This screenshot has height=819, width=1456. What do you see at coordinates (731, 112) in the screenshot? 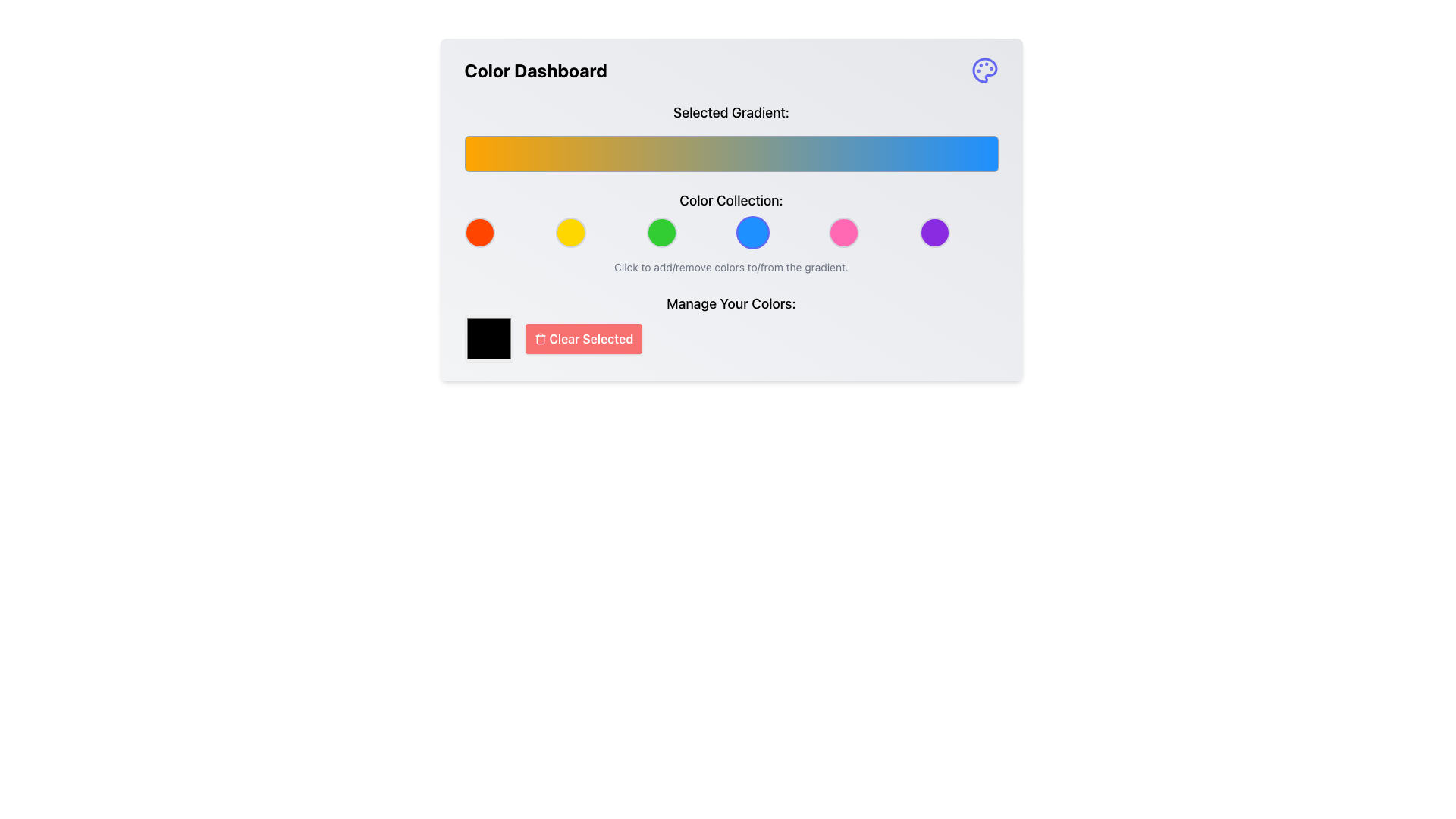
I see `the static text element displaying 'Selected Gradient:' which is located near the top of the 'Color Dashboard' section` at bounding box center [731, 112].